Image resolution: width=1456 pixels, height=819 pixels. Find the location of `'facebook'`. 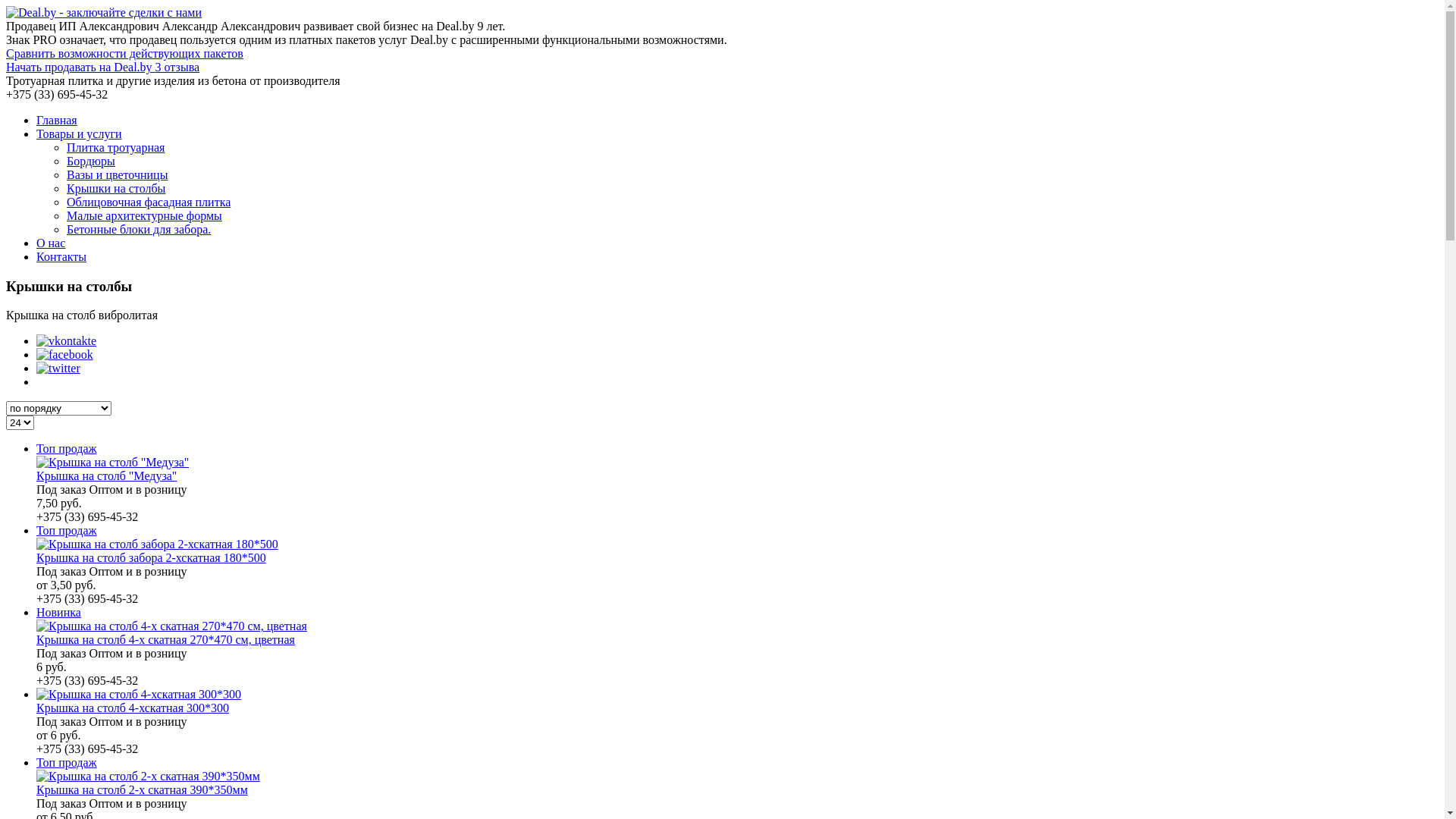

'facebook' is located at coordinates (64, 354).